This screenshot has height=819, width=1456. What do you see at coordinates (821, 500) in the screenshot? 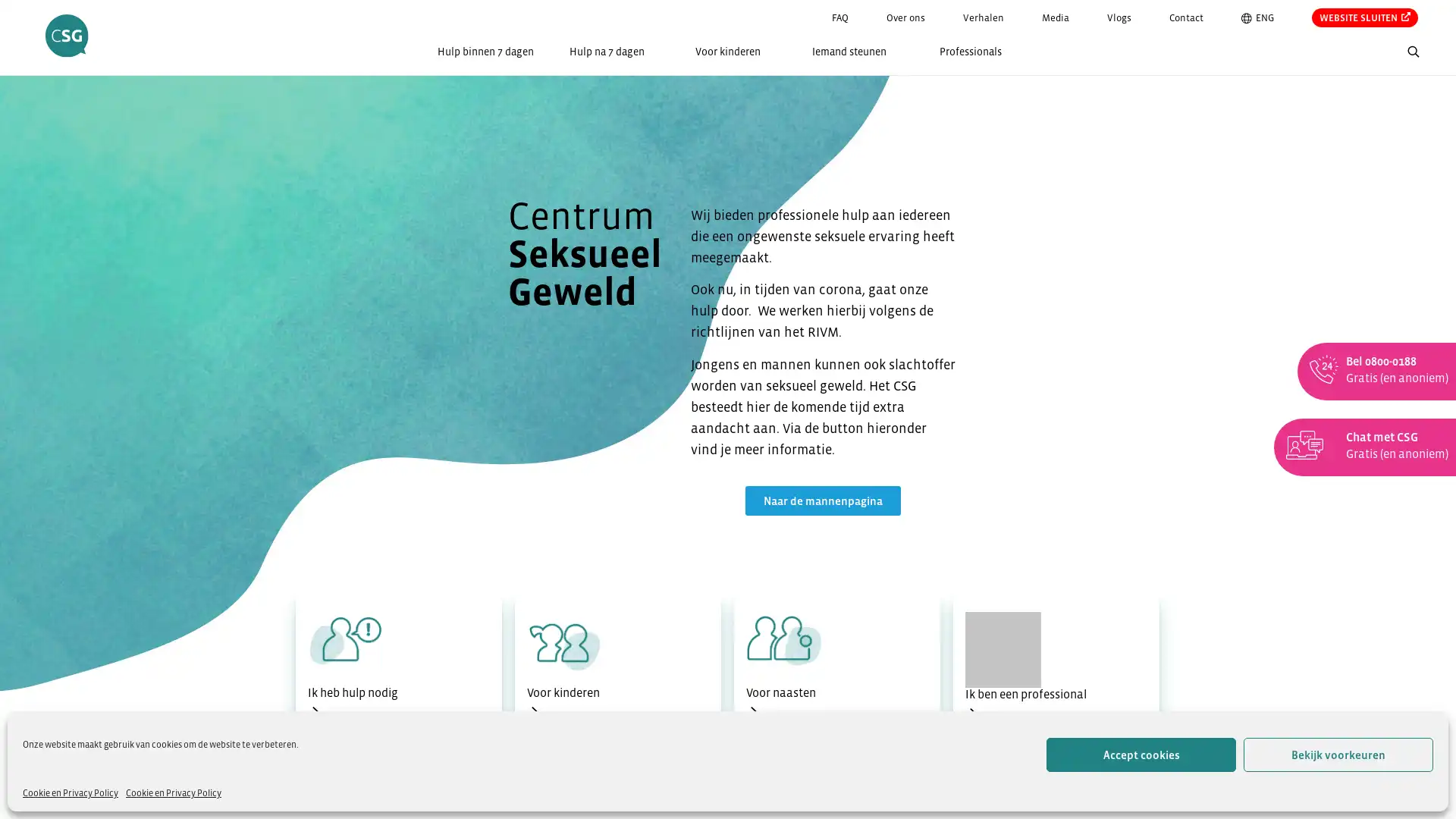
I see `Naar de mannenpagina` at bounding box center [821, 500].